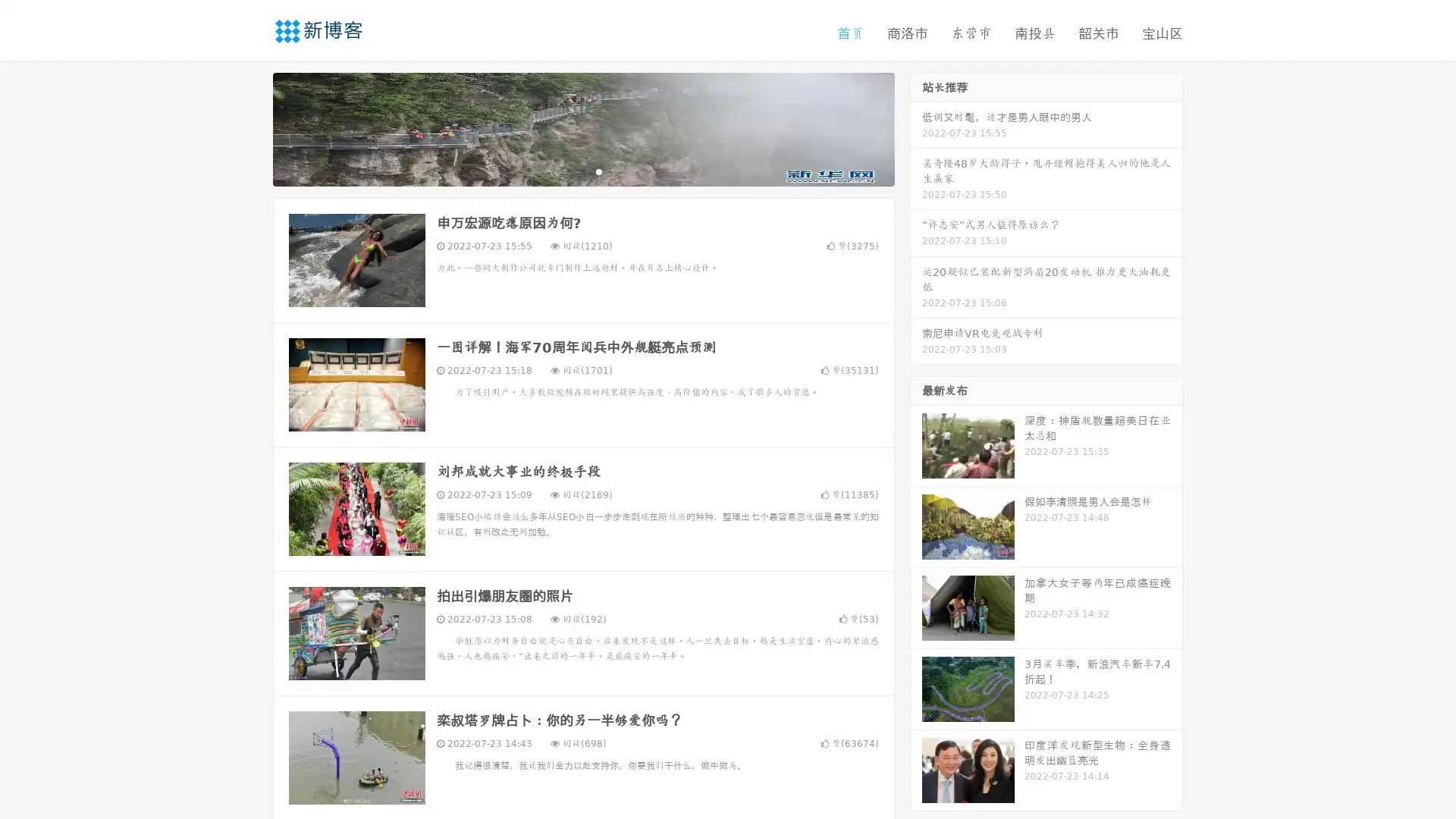 The width and height of the screenshot is (1456, 819). What do you see at coordinates (250, 127) in the screenshot?
I see `Previous slide` at bounding box center [250, 127].